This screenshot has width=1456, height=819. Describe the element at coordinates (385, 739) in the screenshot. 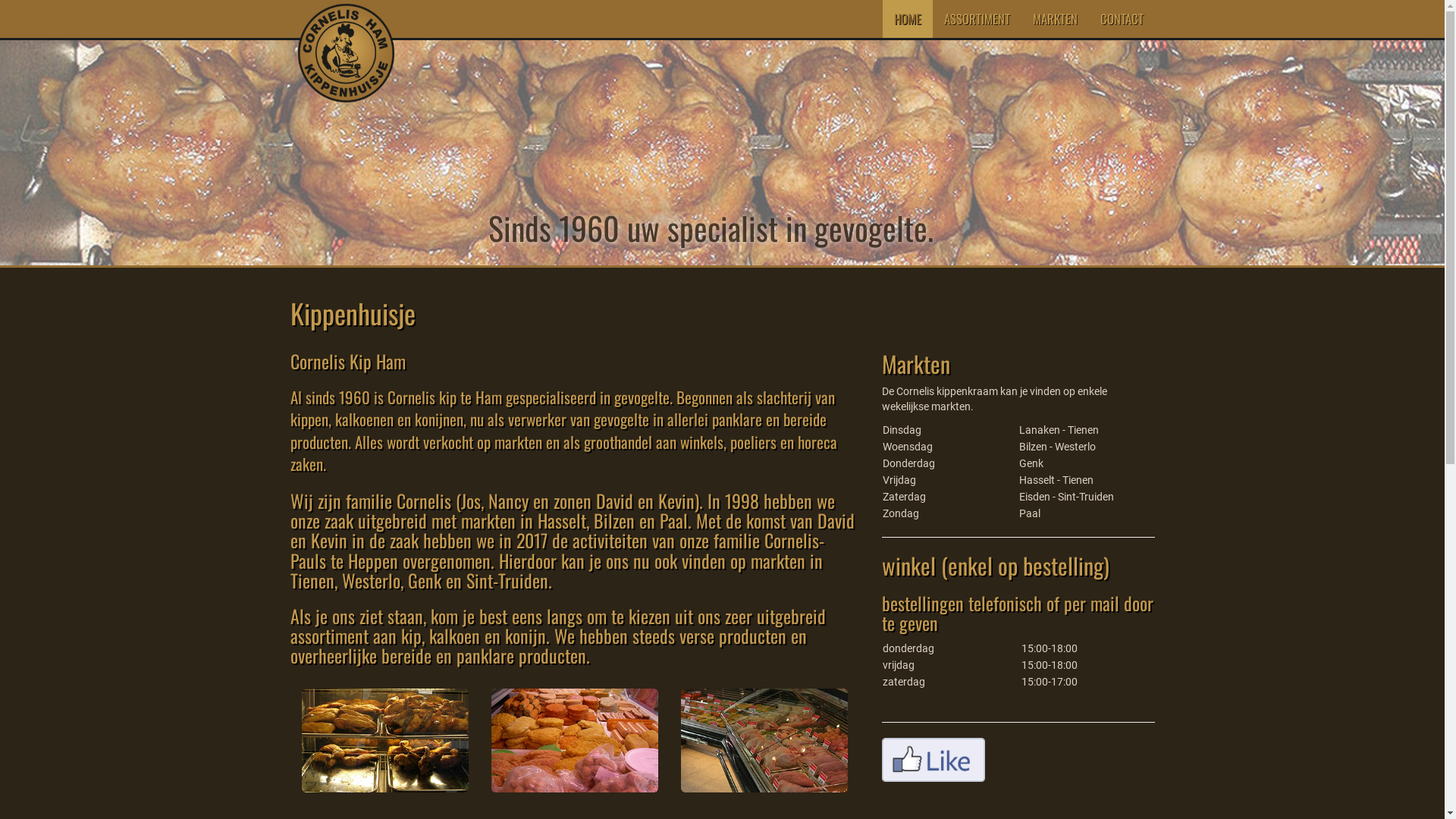

I see `'Cornelis Kip - Kip oven'` at that location.